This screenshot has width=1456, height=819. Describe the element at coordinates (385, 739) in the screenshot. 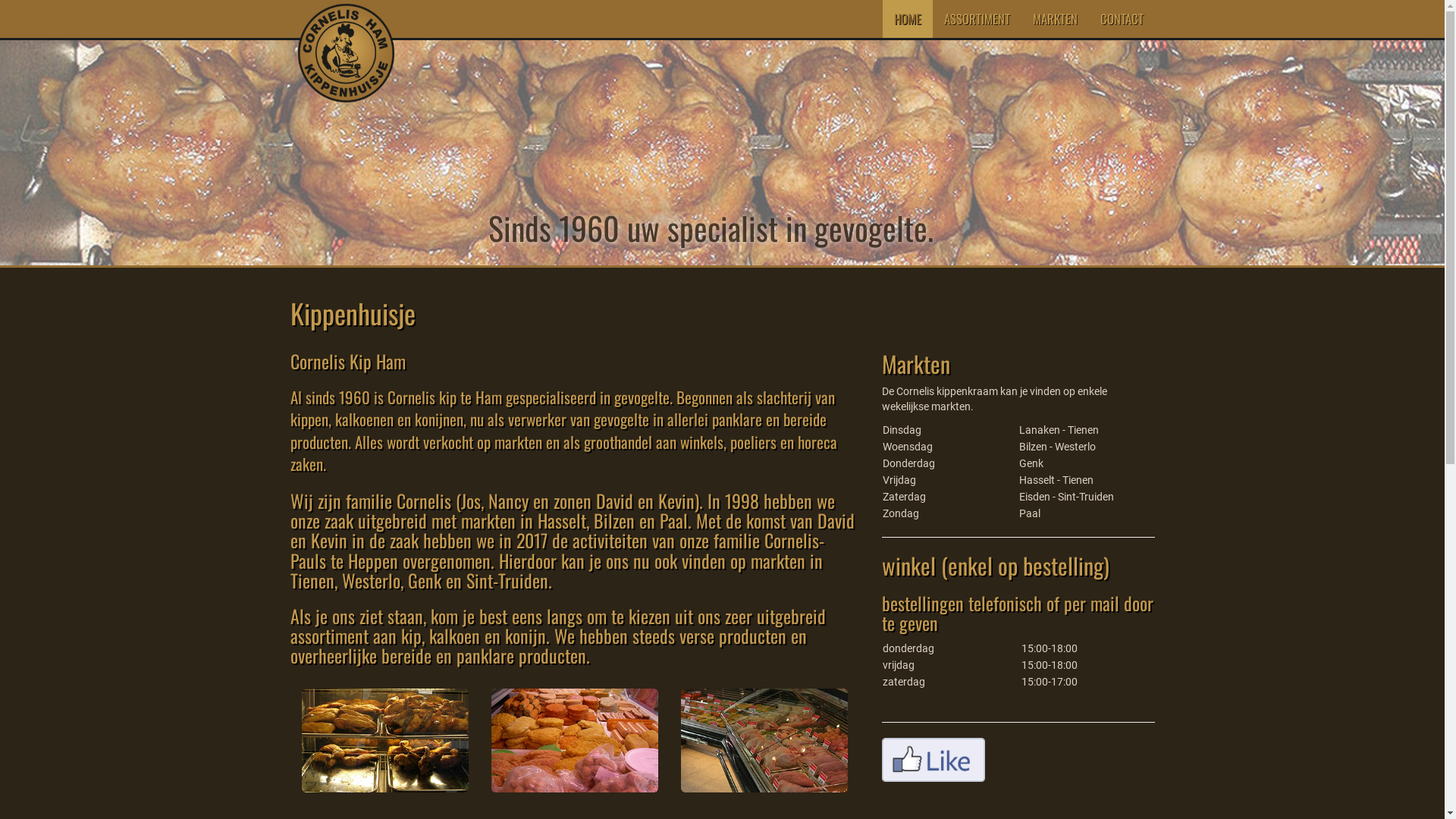

I see `'Cornelis Kip - Kip oven'` at that location.